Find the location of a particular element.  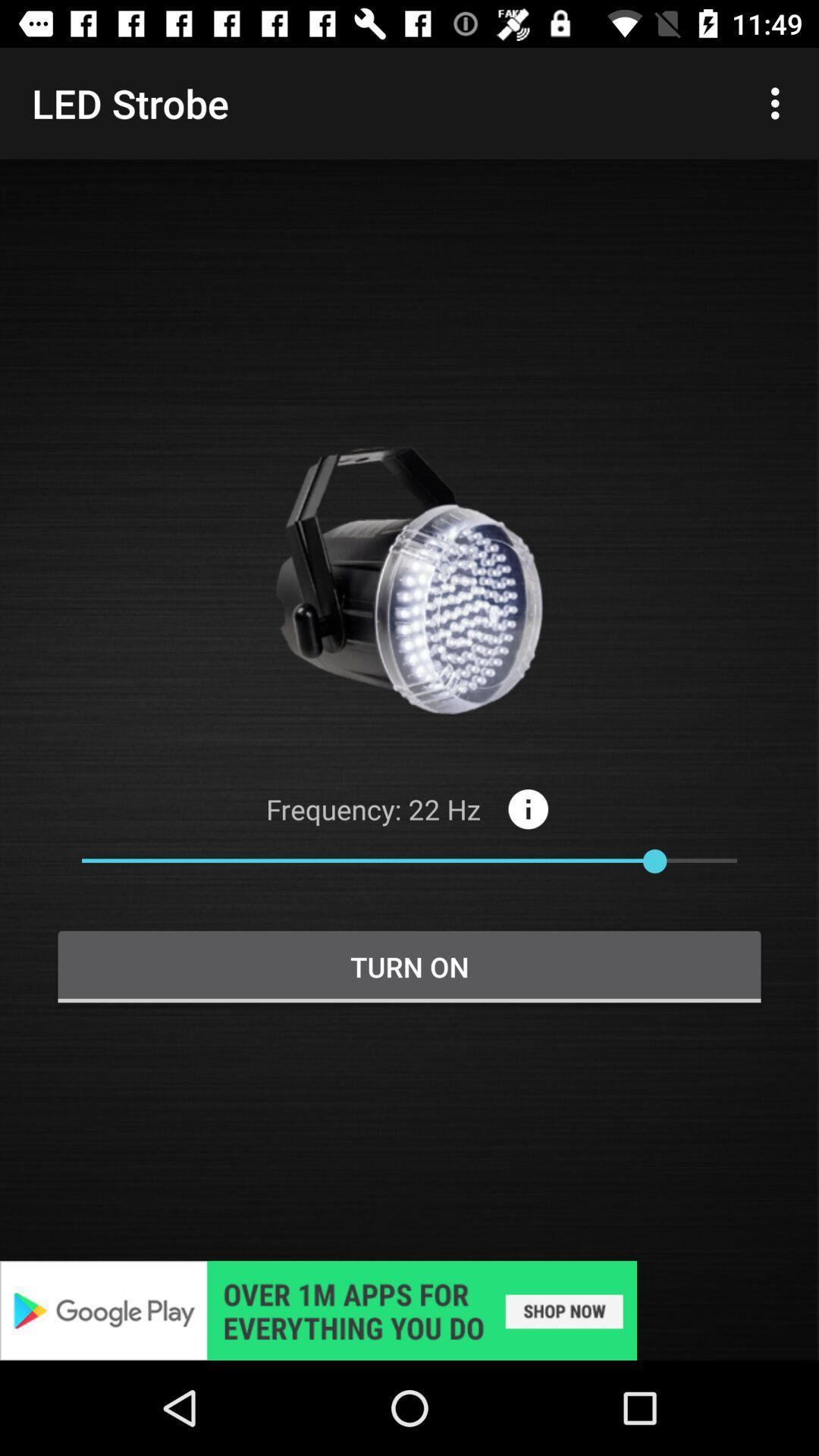

the info icon is located at coordinates (527, 808).